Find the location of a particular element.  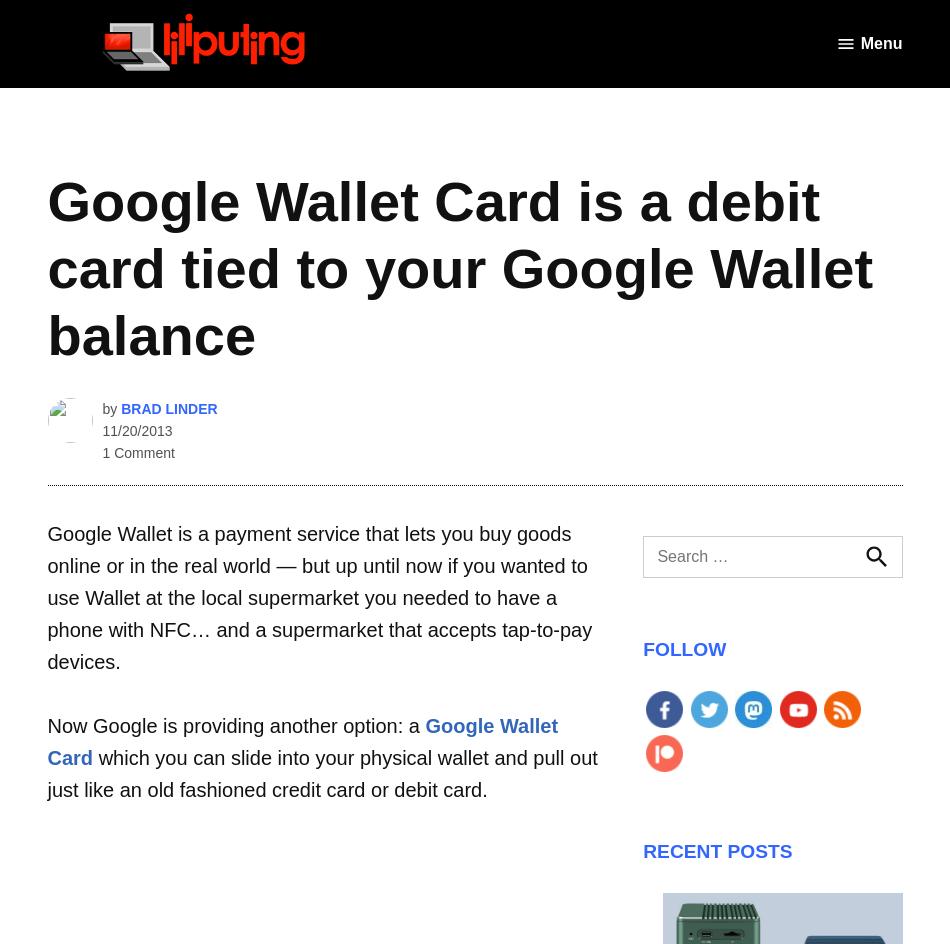

'Brad Linder' is located at coordinates (121, 407).